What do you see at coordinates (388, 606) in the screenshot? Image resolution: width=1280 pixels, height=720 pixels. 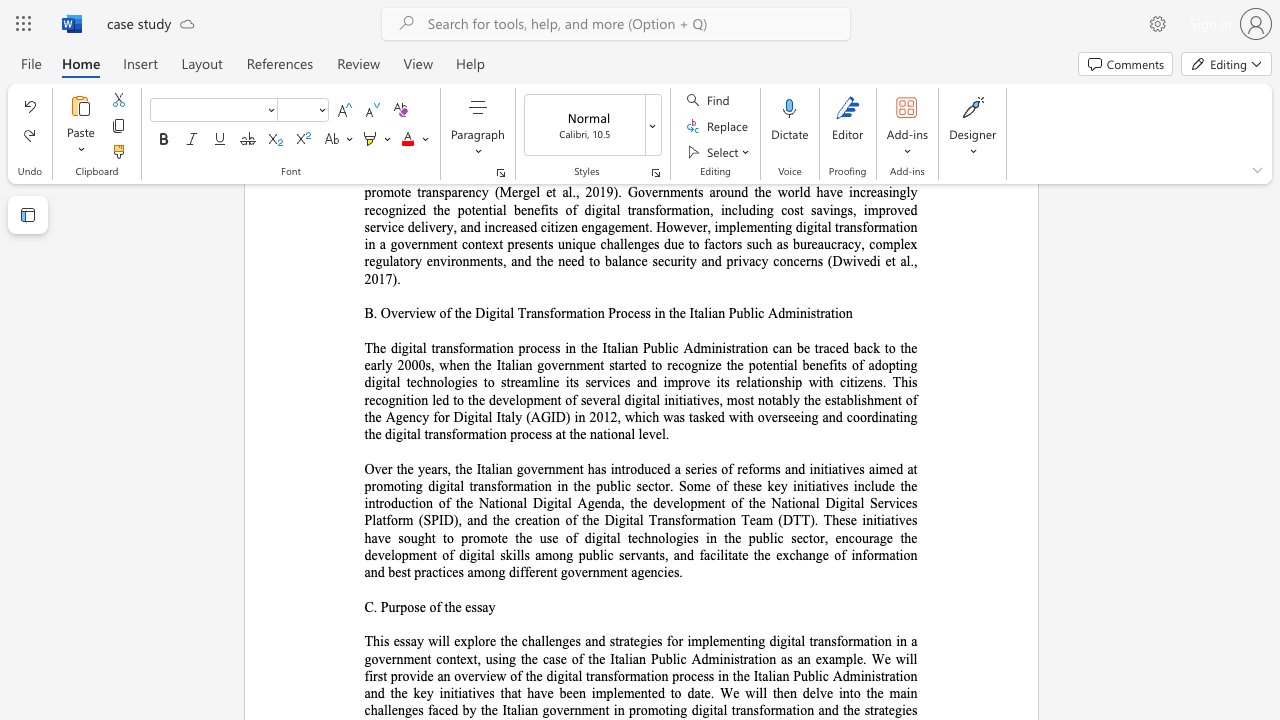 I see `the space between the continuous character "P" and "u" in the text` at bounding box center [388, 606].